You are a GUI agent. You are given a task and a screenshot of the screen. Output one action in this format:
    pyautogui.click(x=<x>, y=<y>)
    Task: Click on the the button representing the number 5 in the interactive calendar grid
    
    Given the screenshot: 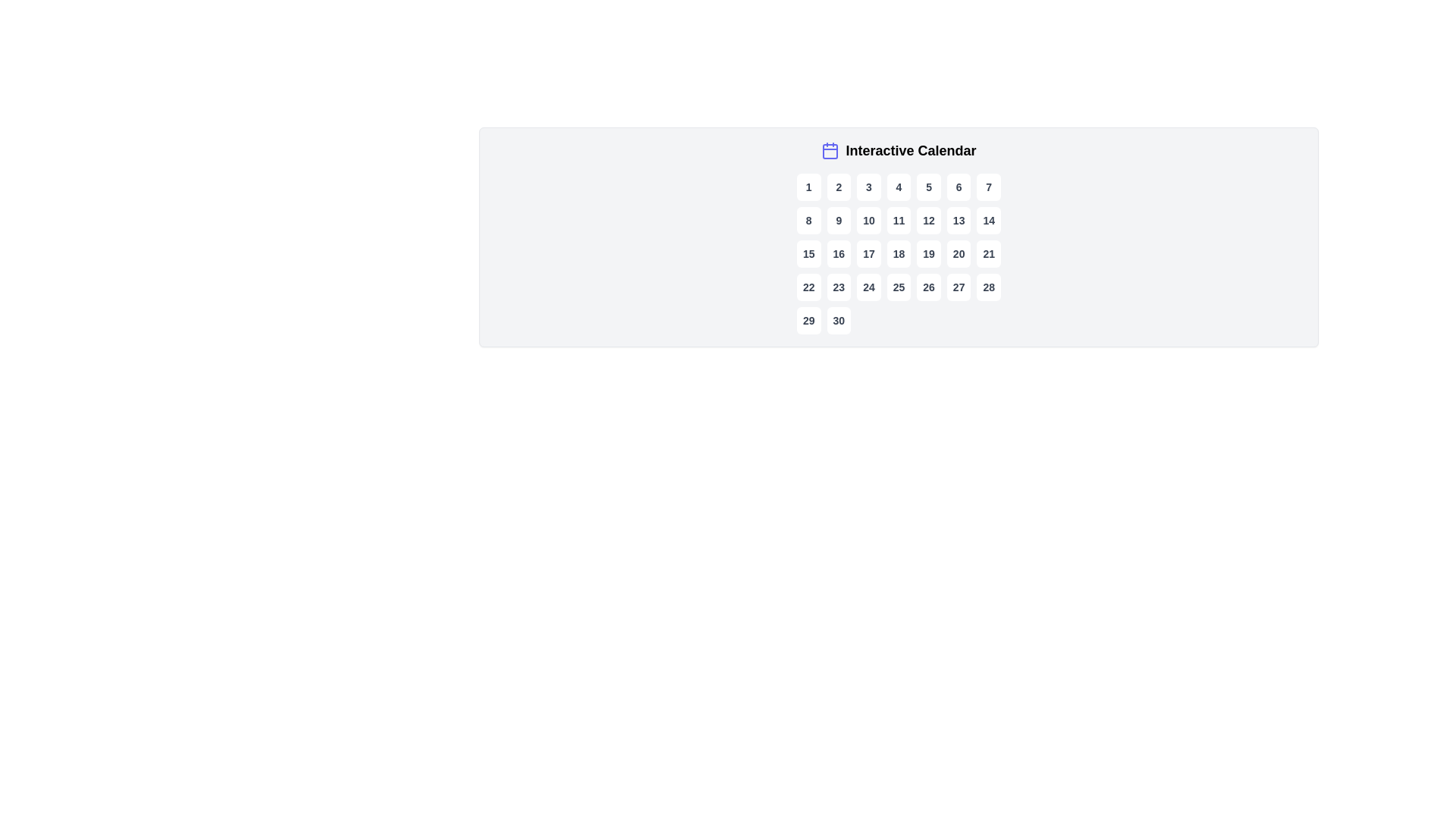 What is the action you would take?
    pyautogui.click(x=928, y=186)
    